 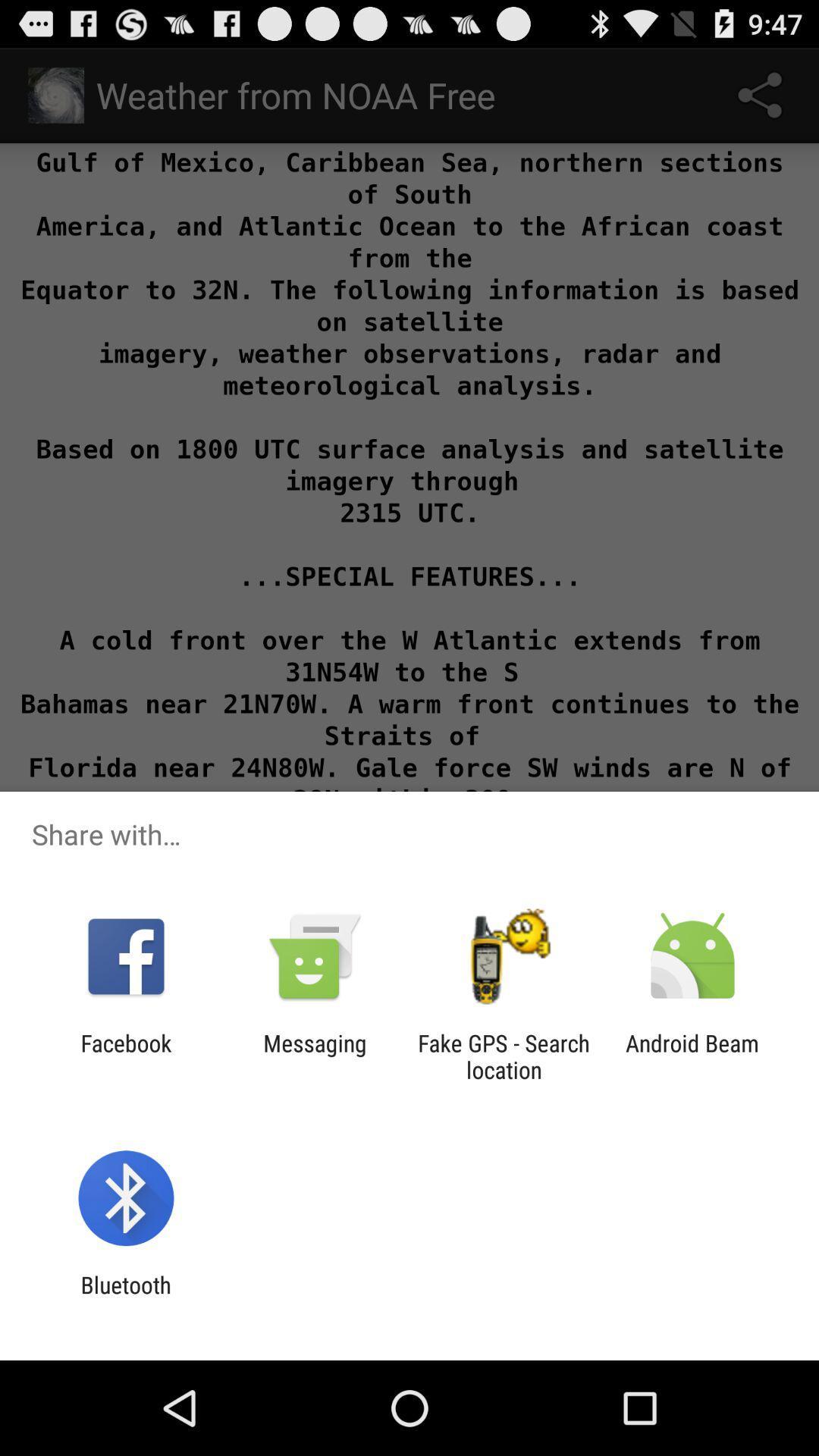 I want to click on icon to the right of fake gps search icon, so click(x=692, y=1056).